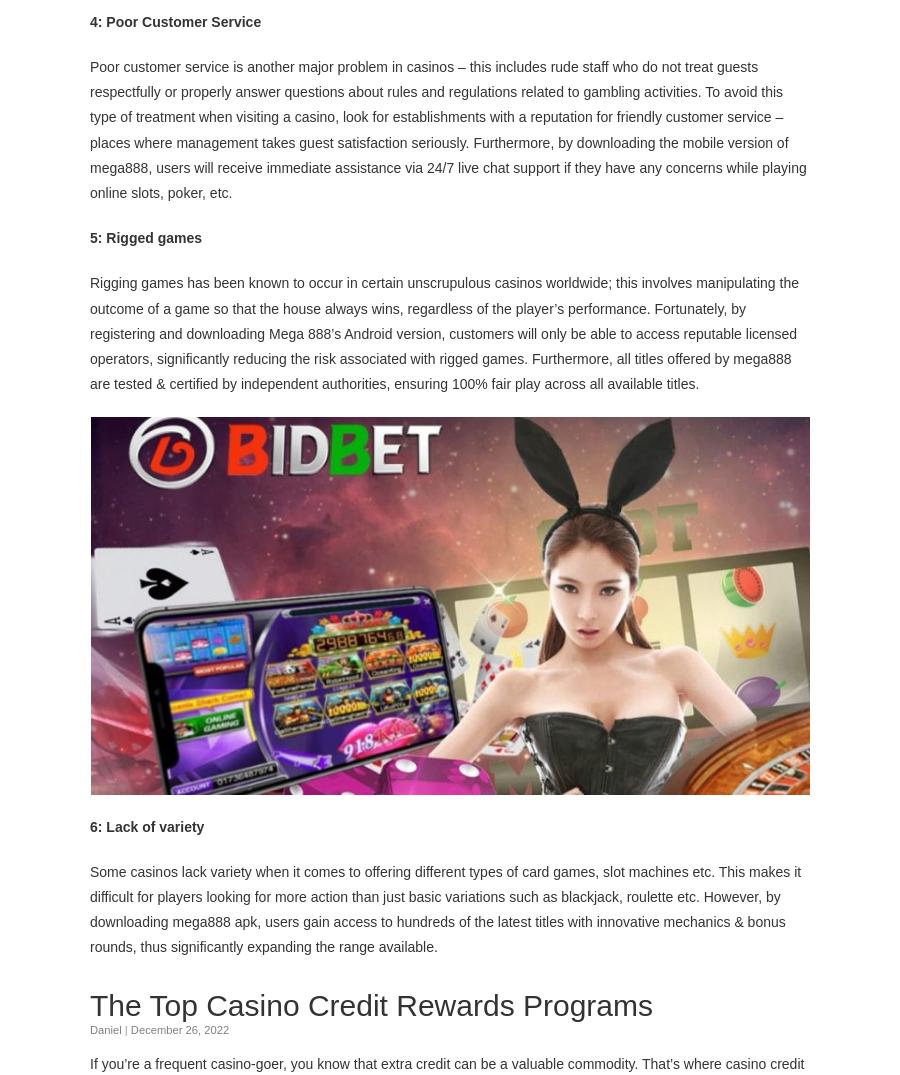 The width and height of the screenshot is (900, 1075). What do you see at coordinates (145, 237) in the screenshot?
I see `'5: Rigged games'` at bounding box center [145, 237].